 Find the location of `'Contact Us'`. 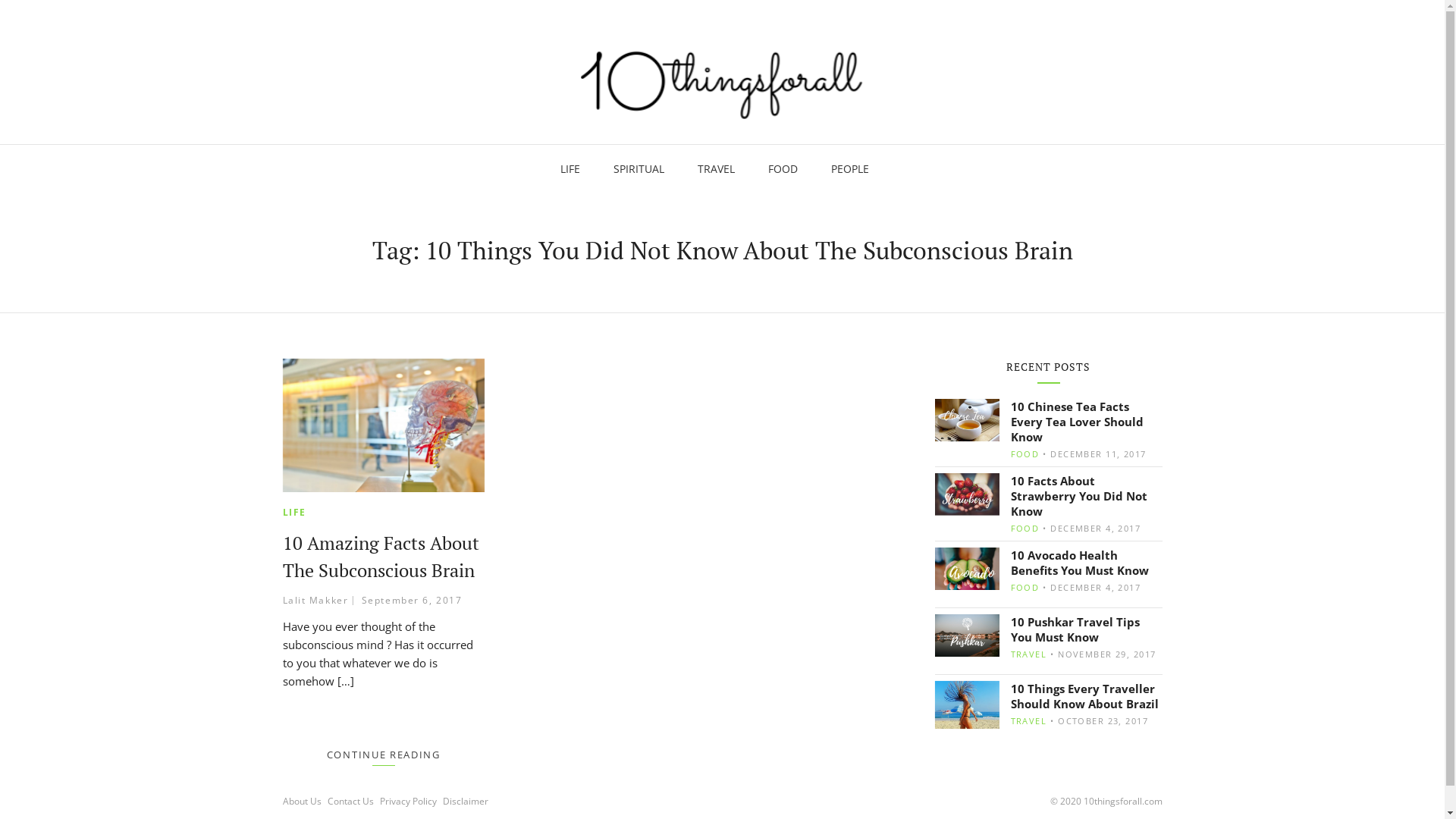

'Contact Us' is located at coordinates (352, 800).